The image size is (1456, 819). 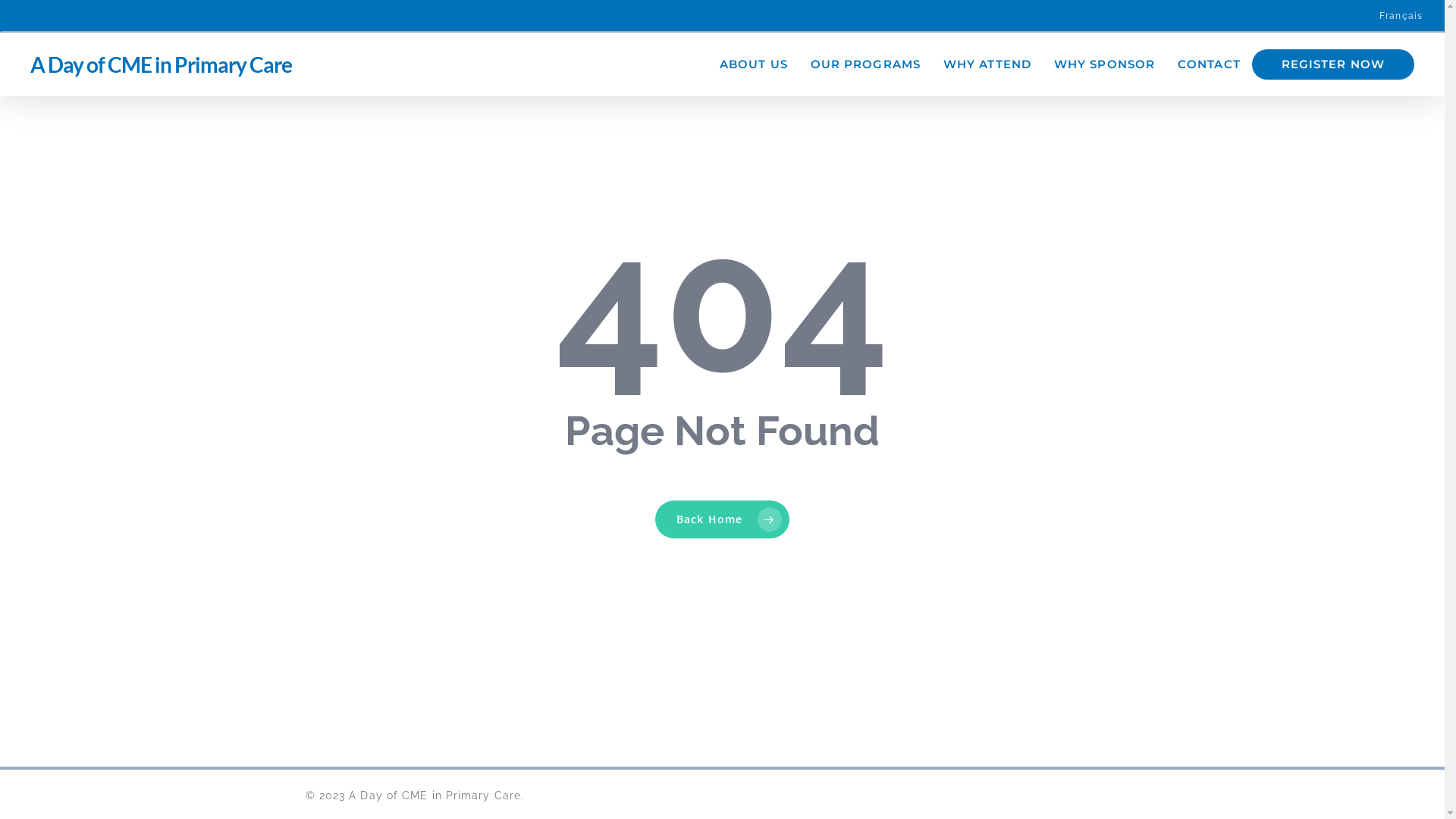 What do you see at coordinates (865, 63) in the screenshot?
I see `'OUR PROGRAMS'` at bounding box center [865, 63].